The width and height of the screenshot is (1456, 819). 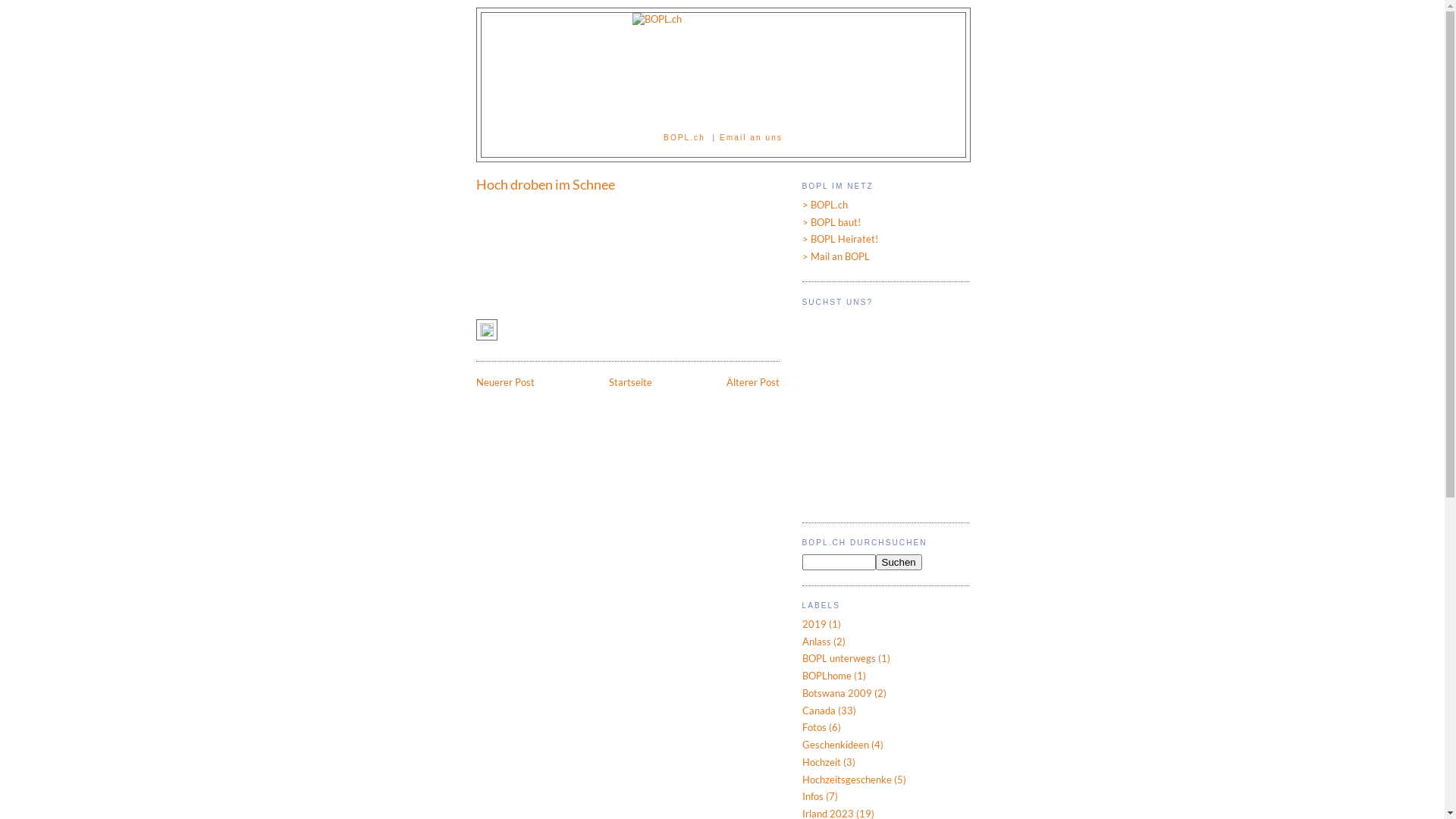 I want to click on 'Canada', so click(x=818, y=711).